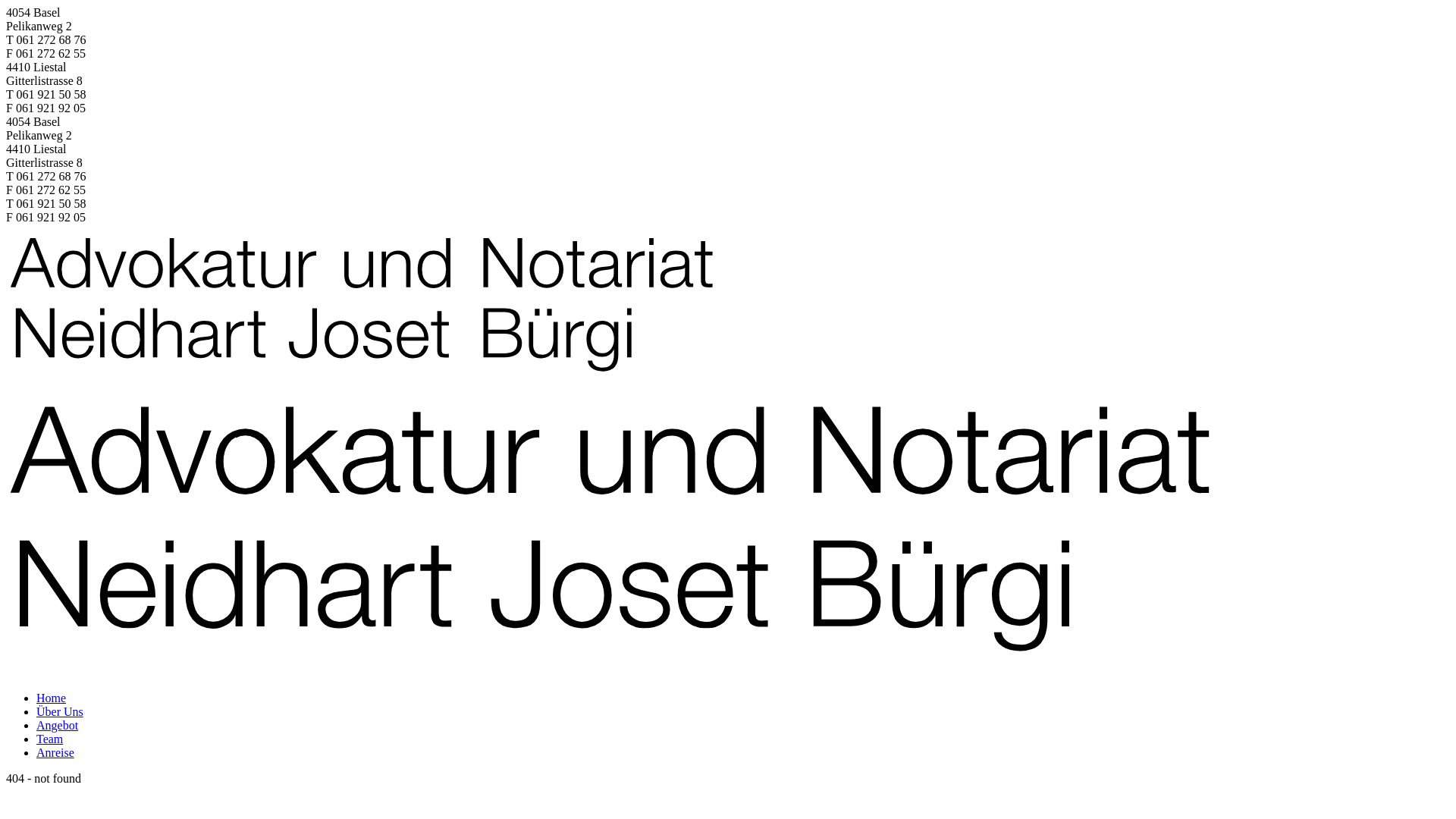 This screenshot has height=819, width=1456. I want to click on 'Home', so click(36, 698).